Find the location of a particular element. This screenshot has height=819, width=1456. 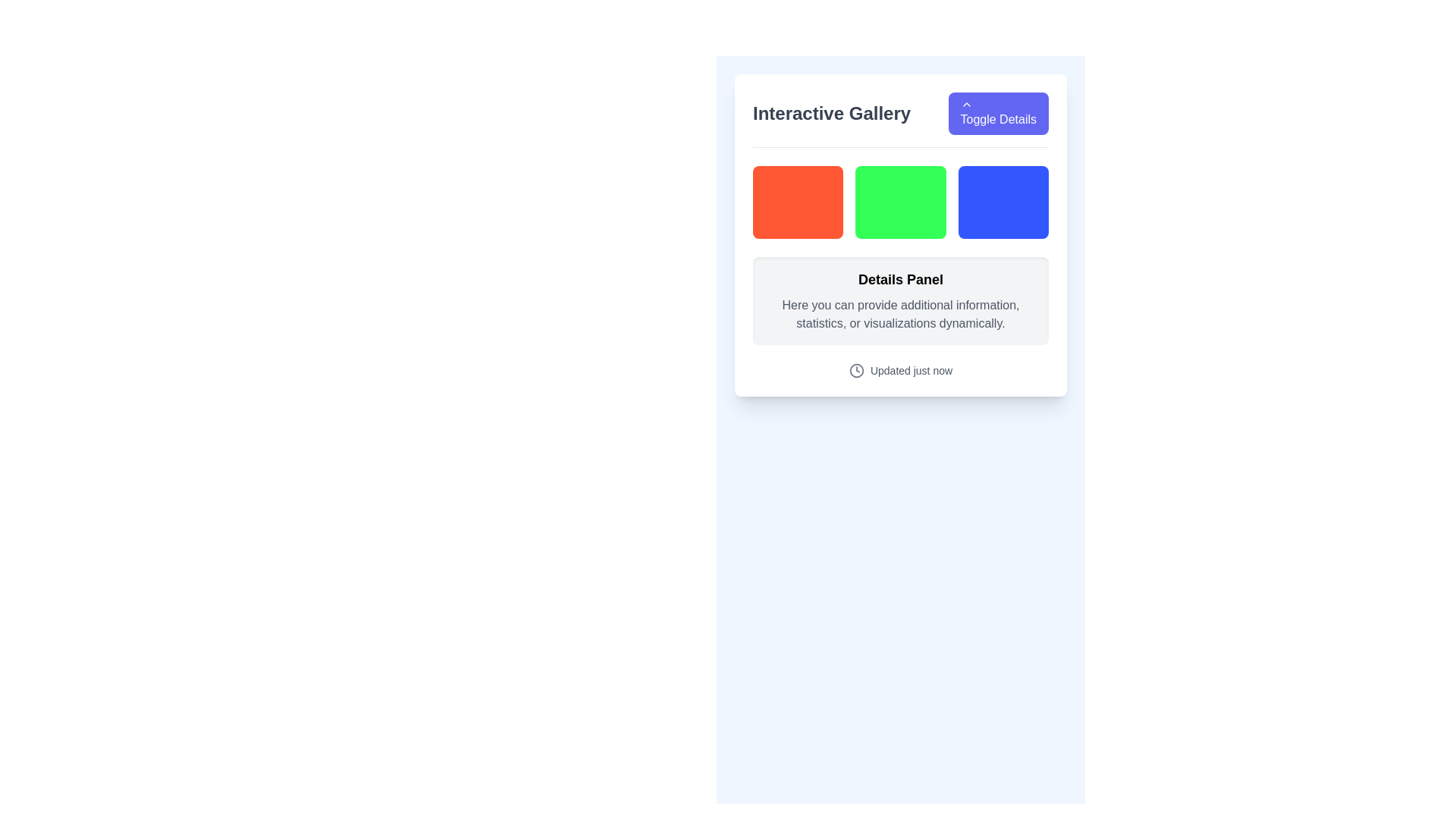

the title Text element that serves as a header for the section is located at coordinates (831, 113).